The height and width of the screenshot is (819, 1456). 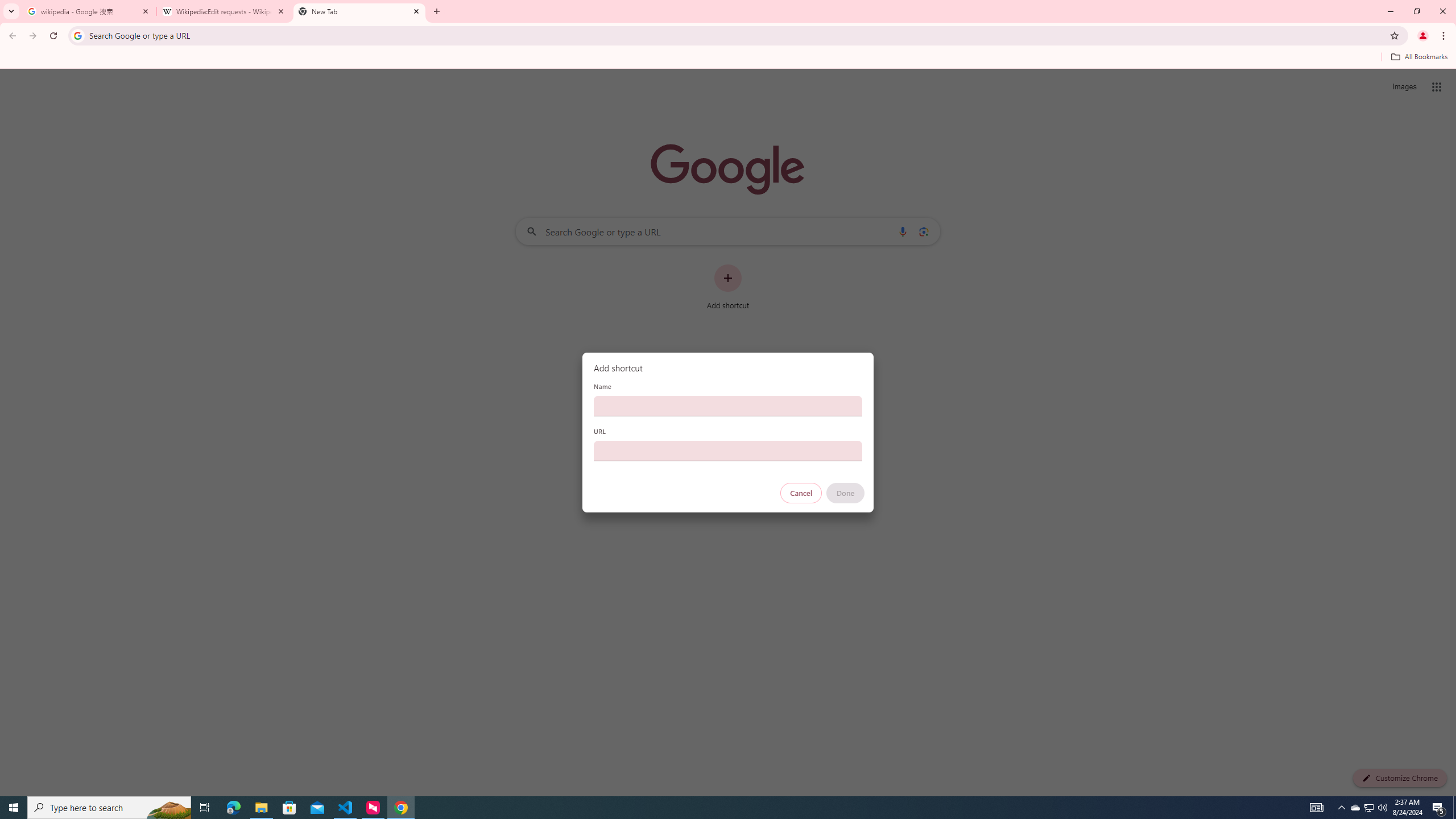 I want to click on 'Search tabs', so click(x=11, y=11).